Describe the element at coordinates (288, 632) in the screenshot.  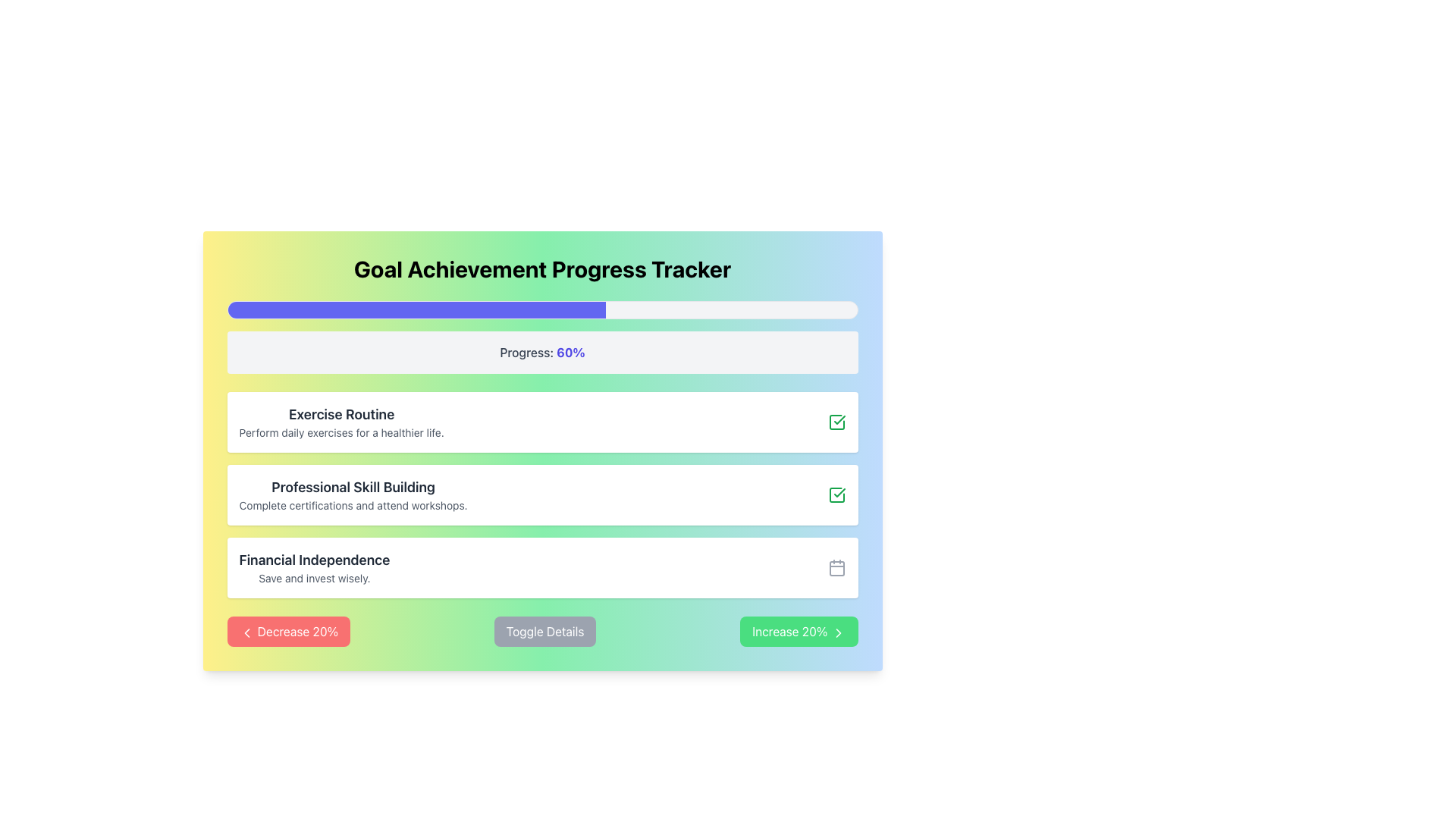
I see `the leftmost button at the bottom of the interface to decrease the value by 20%` at that location.